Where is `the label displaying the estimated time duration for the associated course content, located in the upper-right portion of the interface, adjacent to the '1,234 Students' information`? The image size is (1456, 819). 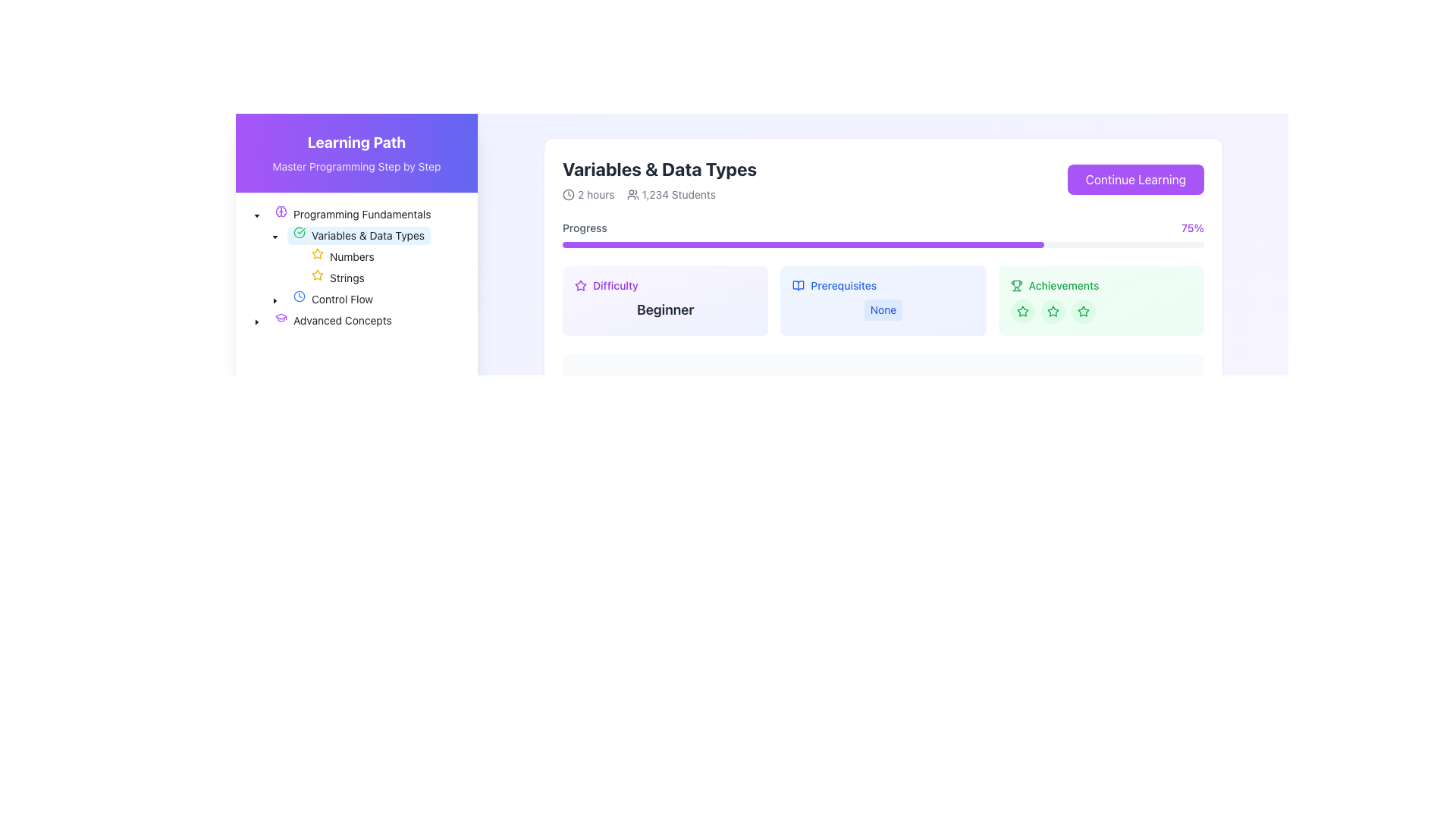
the label displaying the estimated time duration for the associated course content, located in the upper-right portion of the interface, adjacent to the '1,234 Students' information is located at coordinates (588, 194).